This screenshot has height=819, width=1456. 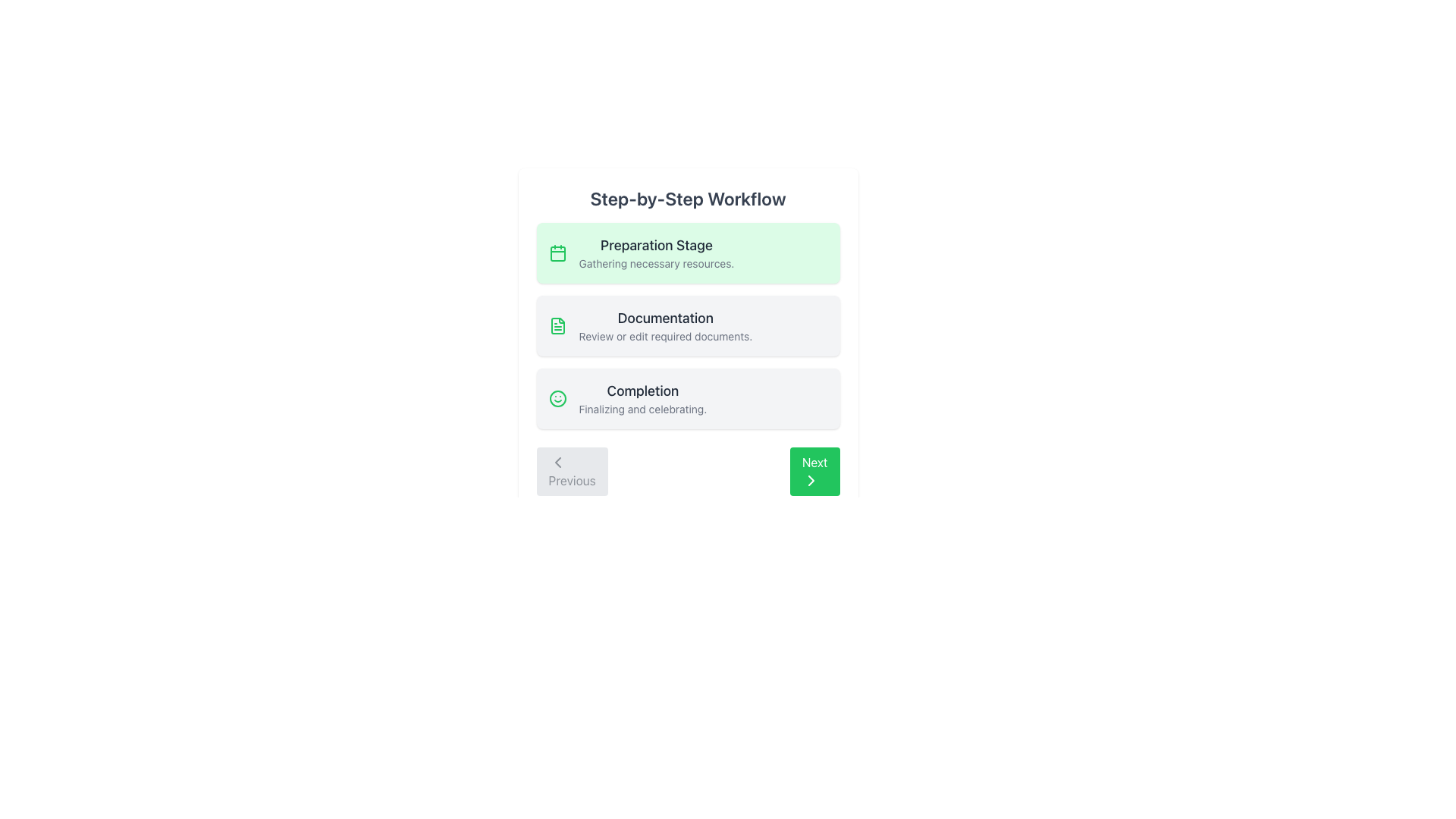 I want to click on the navigation icon located inside the green 'Next' button at the bottom-right corner of the interface to interact with the button functionality, so click(x=810, y=480).